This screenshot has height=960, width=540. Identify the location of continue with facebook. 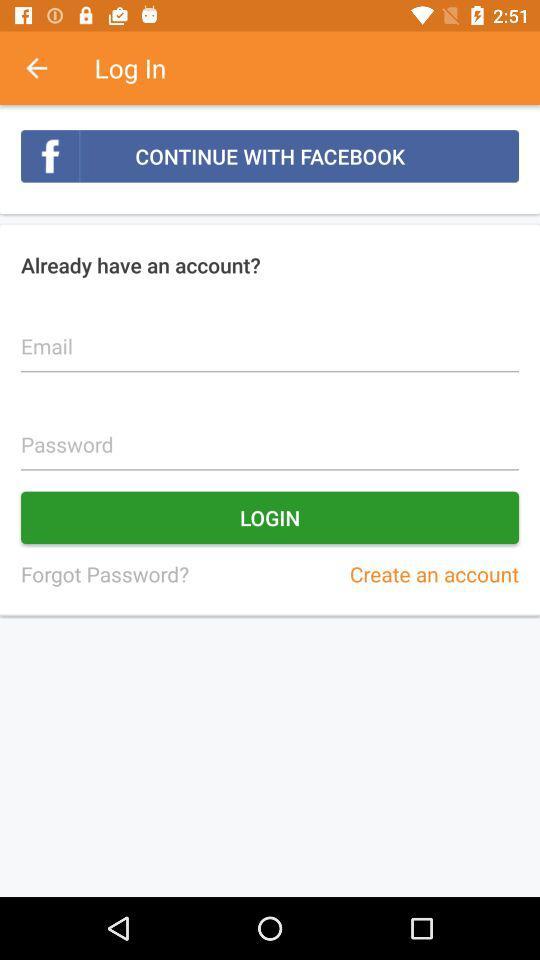
(270, 155).